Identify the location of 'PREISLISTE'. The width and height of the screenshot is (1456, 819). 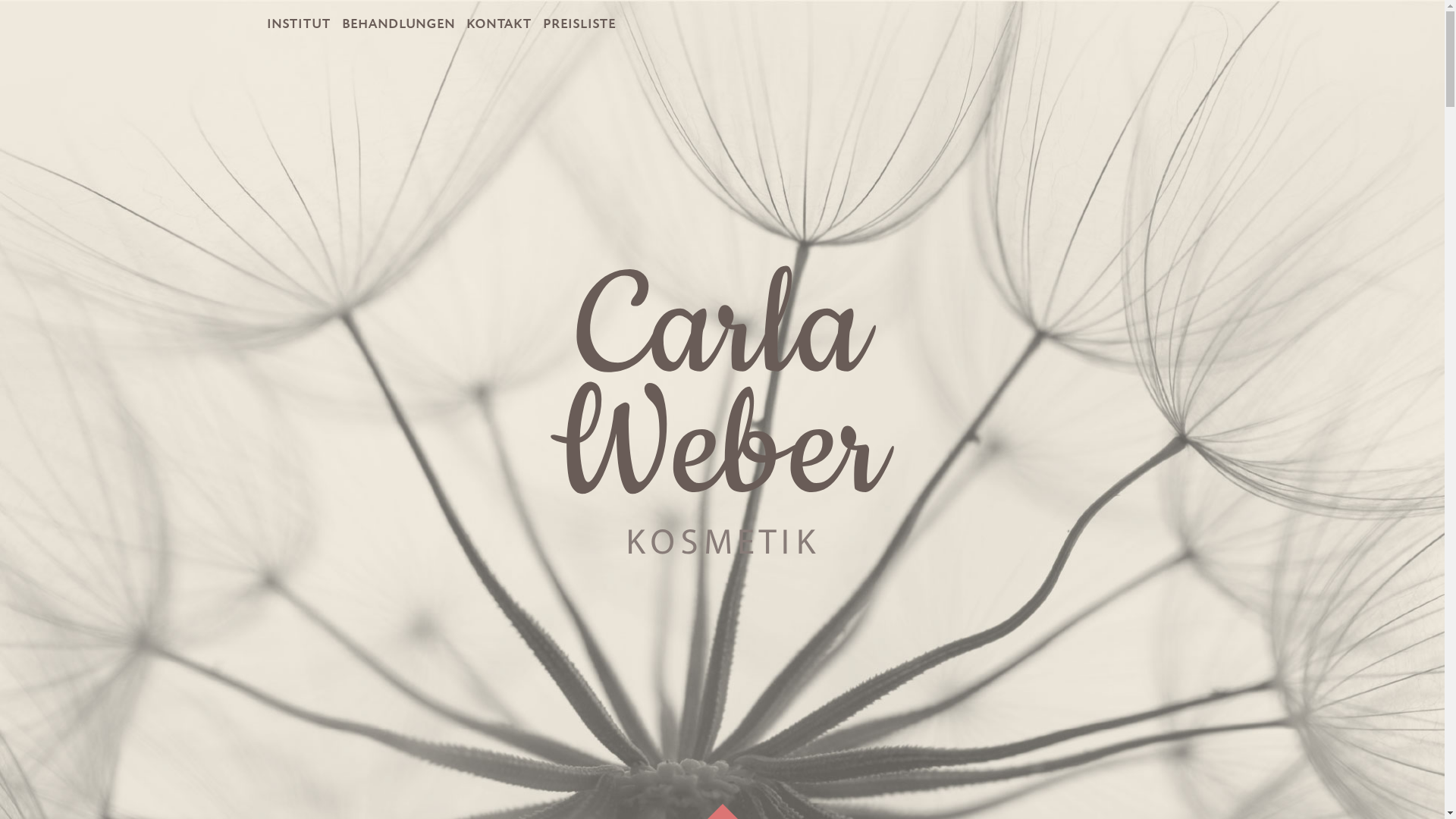
(578, 25).